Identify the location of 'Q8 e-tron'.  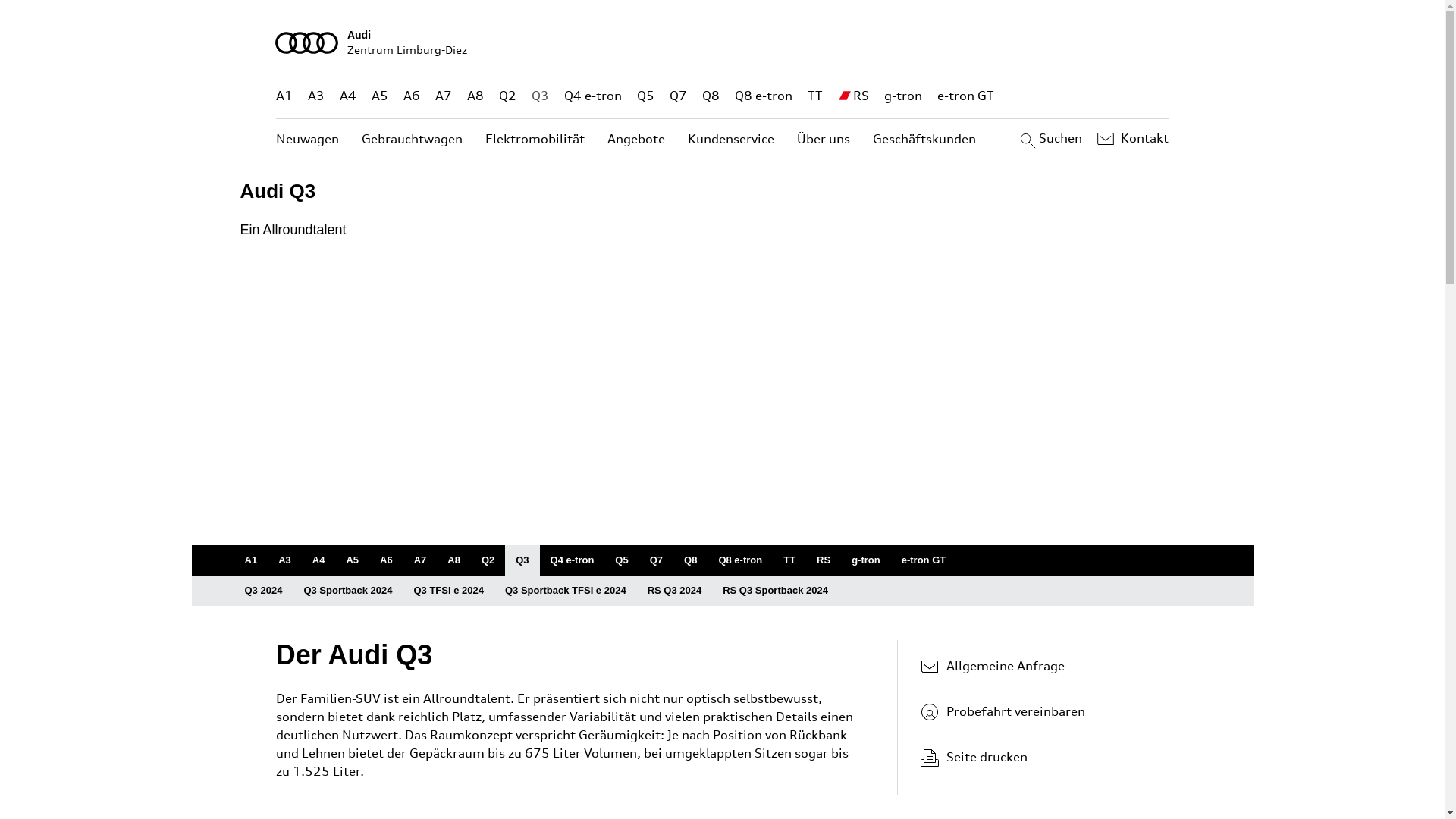
(764, 96).